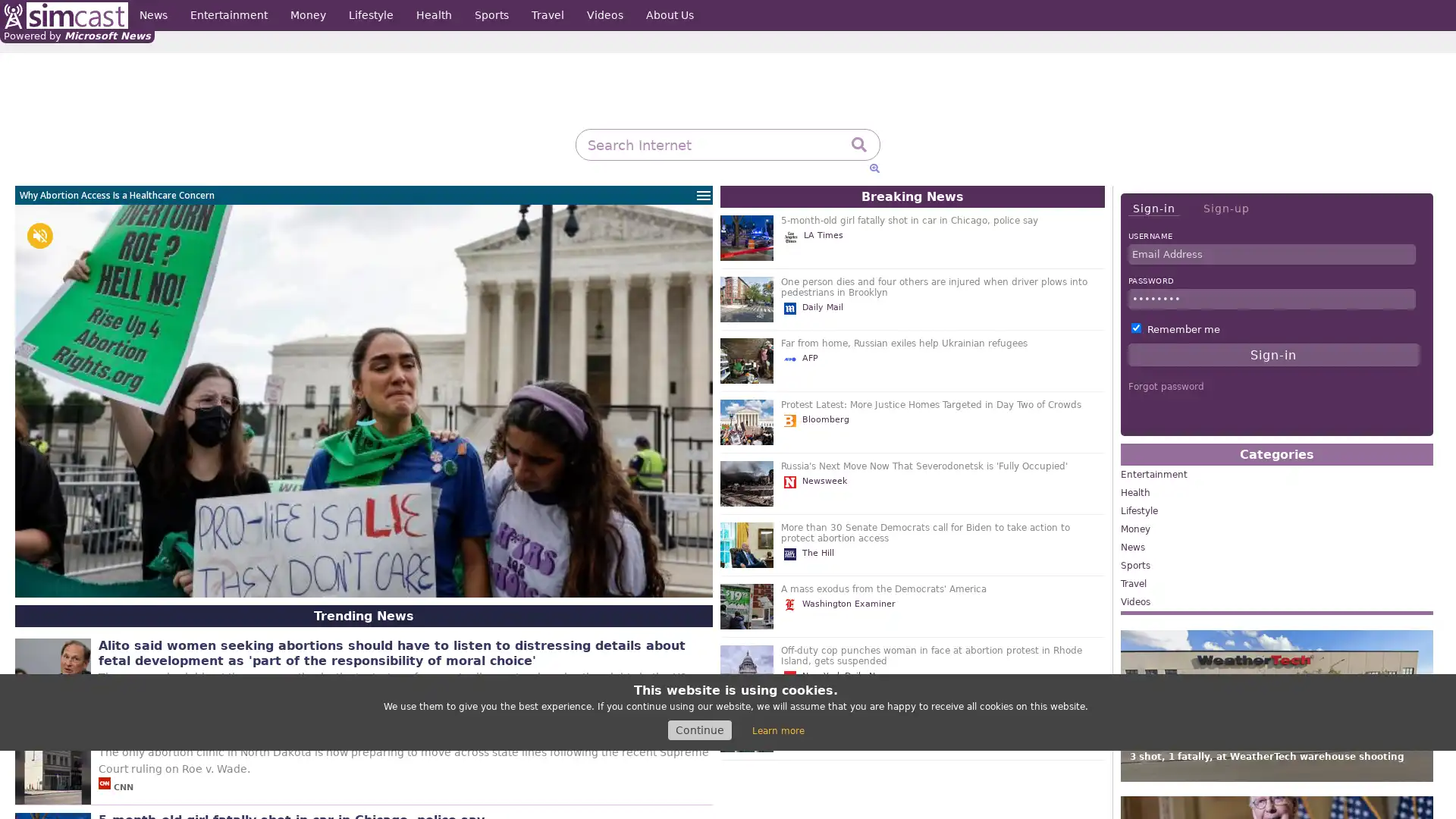 This screenshot has height=819, width=1456. I want to click on Sign-in, so click(1153, 209).